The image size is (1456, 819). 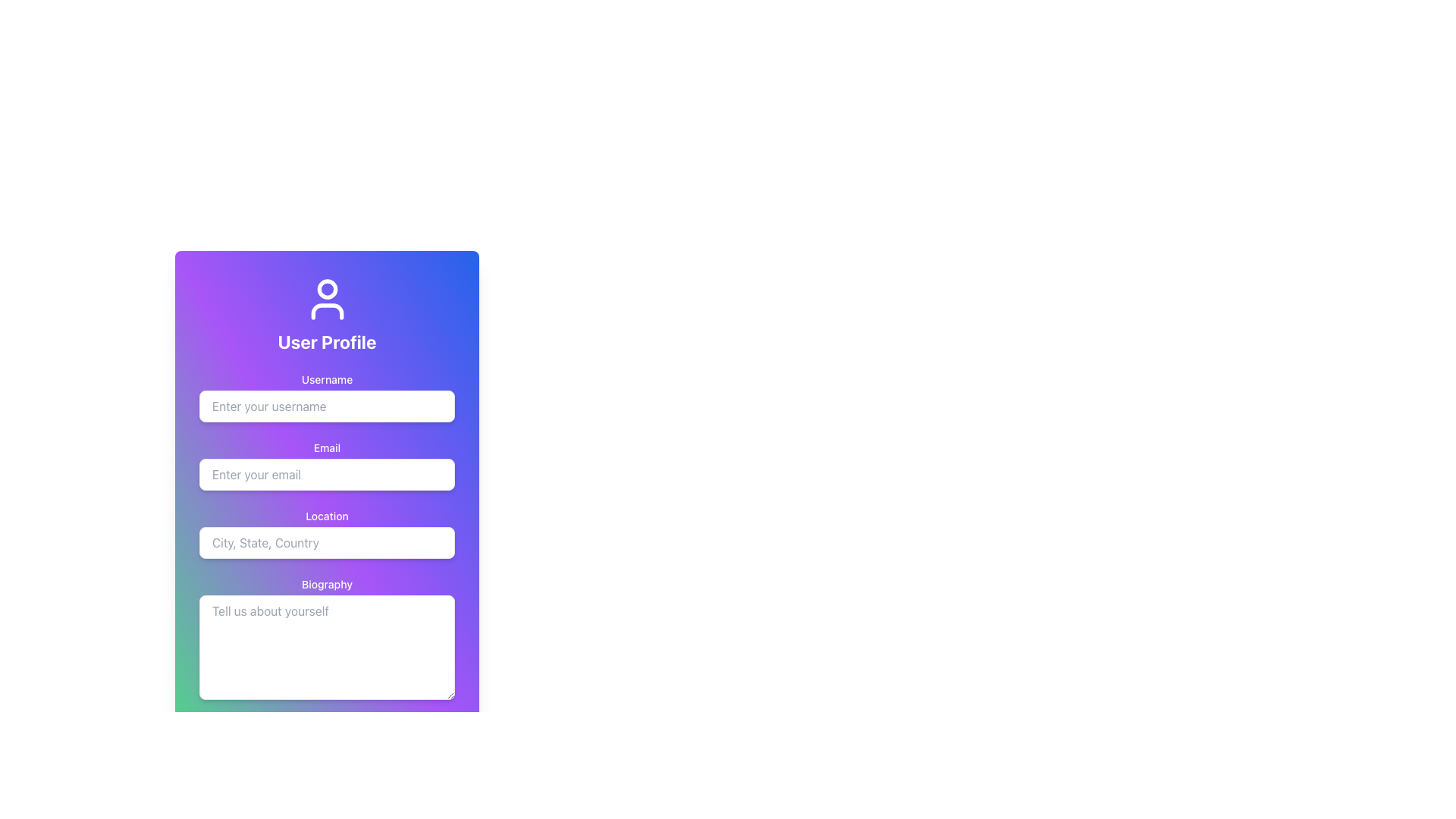 I want to click on the 'User Profile' header label, which is located below the user avatar icon and serves as the title for the User Profile form section, so click(x=326, y=342).